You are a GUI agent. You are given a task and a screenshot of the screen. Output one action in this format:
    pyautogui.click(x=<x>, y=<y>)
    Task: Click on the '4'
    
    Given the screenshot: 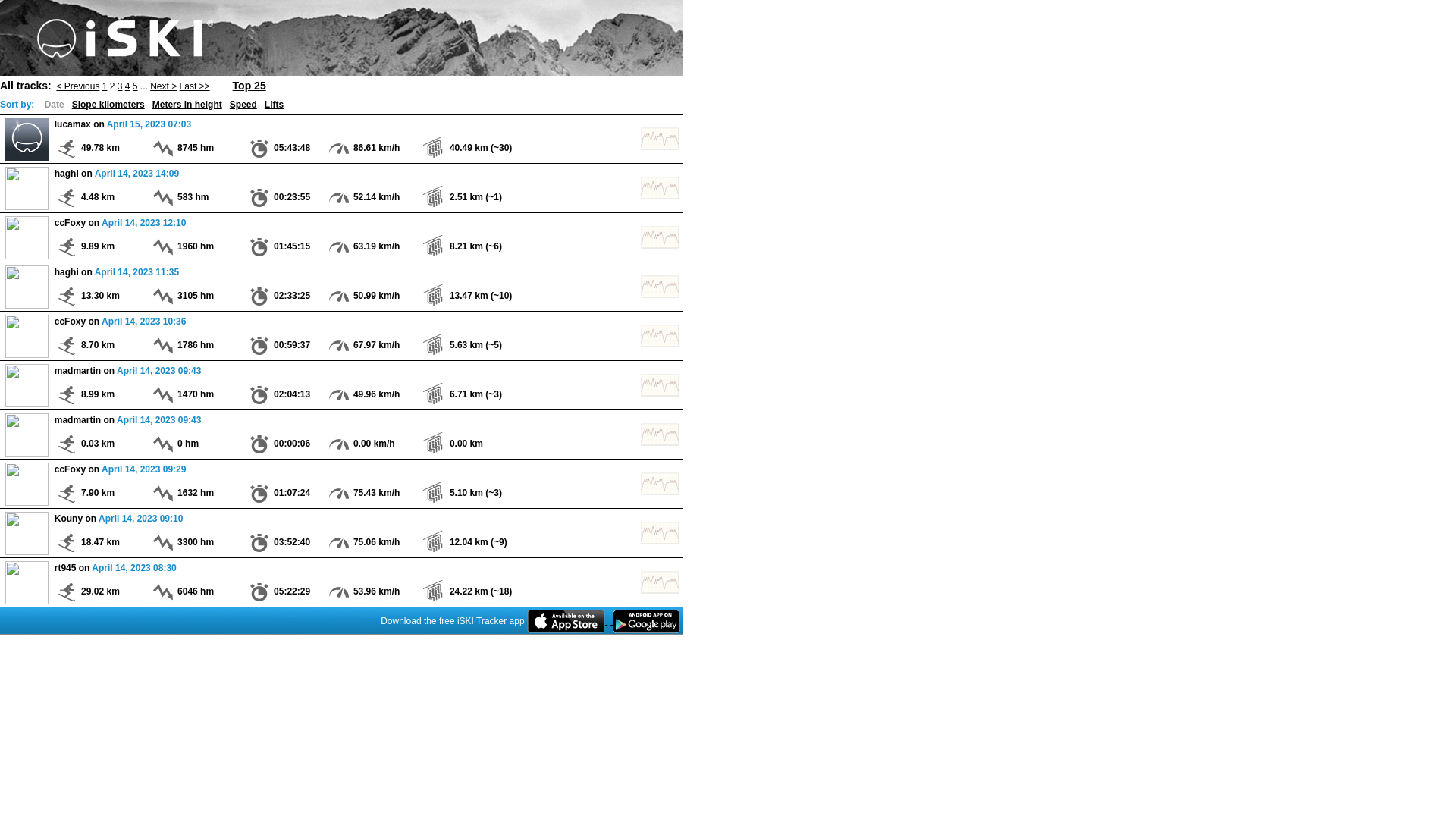 What is the action you would take?
    pyautogui.click(x=124, y=85)
    